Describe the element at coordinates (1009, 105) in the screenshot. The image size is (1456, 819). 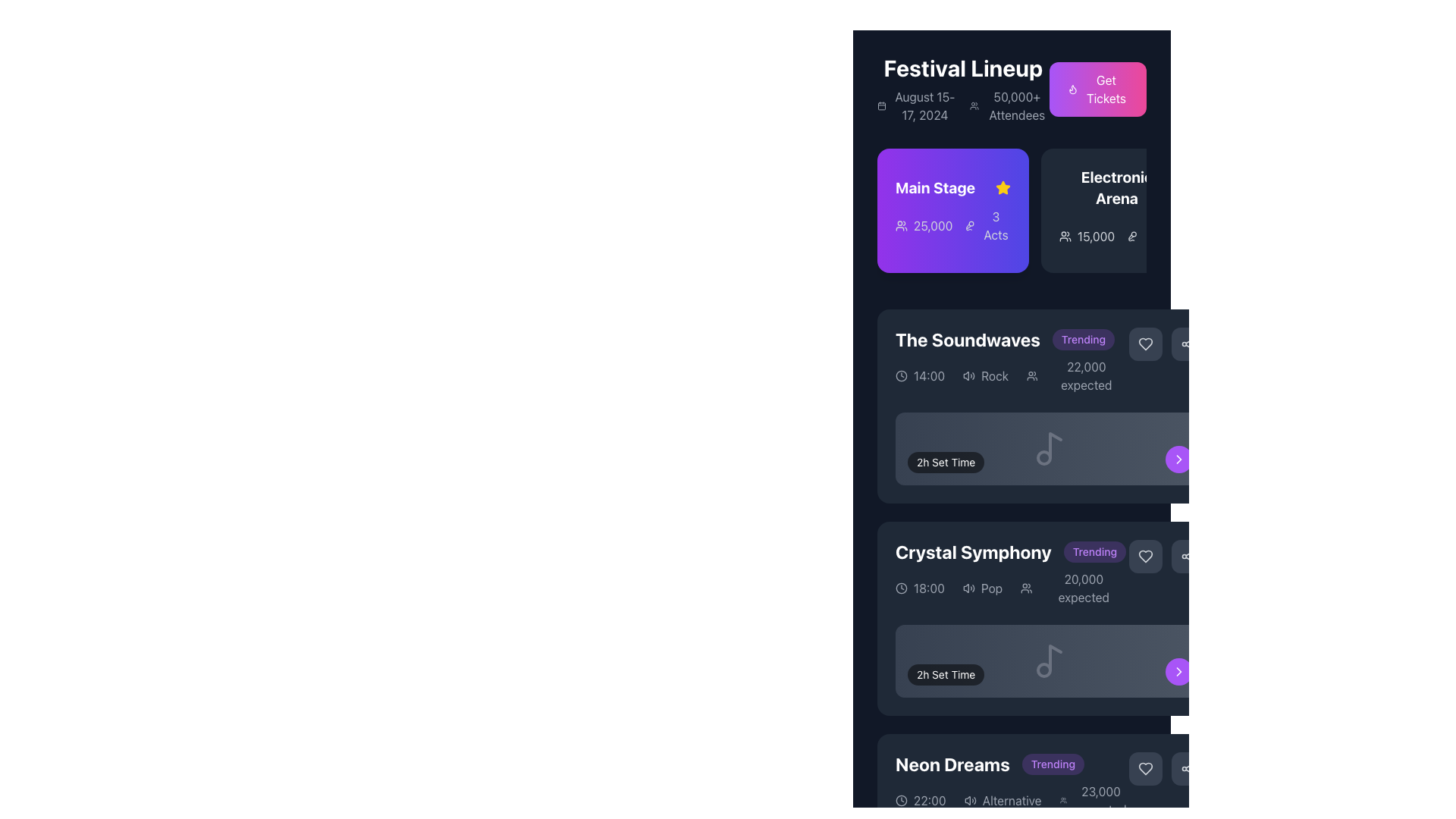
I see `information displayed in the text element showing '50,000+ Attendees' located under the 'Festival Lineup' heading, positioned between the 'August 15-17, 2024' text and the pink 'Get Tickets' button` at that location.